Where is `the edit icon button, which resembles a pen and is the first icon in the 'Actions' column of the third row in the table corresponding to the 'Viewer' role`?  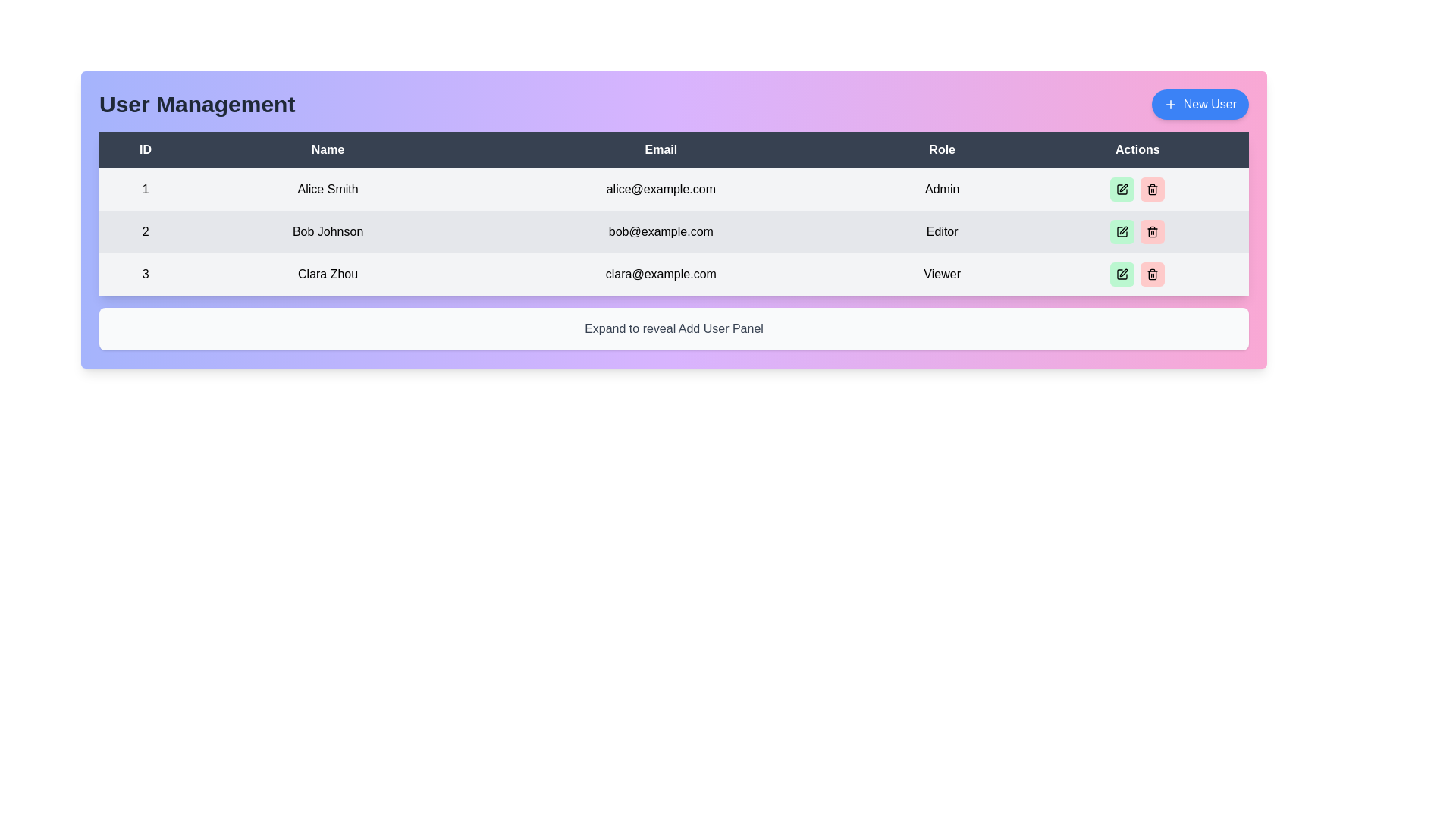 the edit icon button, which resembles a pen and is the first icon in the 'Actions' column of the third row in the table corresponding to the 'Viewer' role is located at coordinates (1124, 271).